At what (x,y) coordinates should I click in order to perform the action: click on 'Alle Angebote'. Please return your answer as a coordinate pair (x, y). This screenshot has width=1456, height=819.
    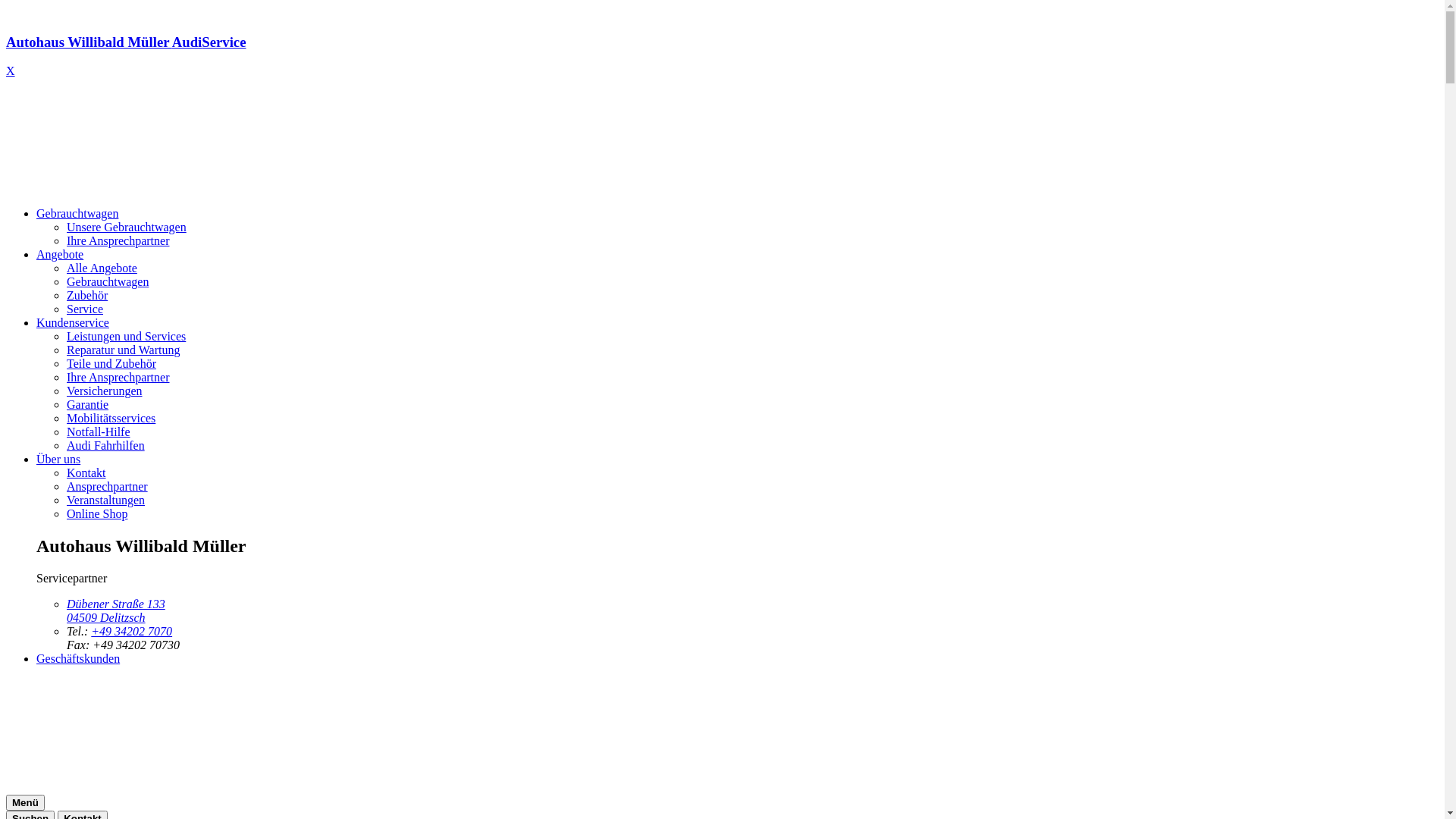
    Looking at the image, I should click on (65, 267).